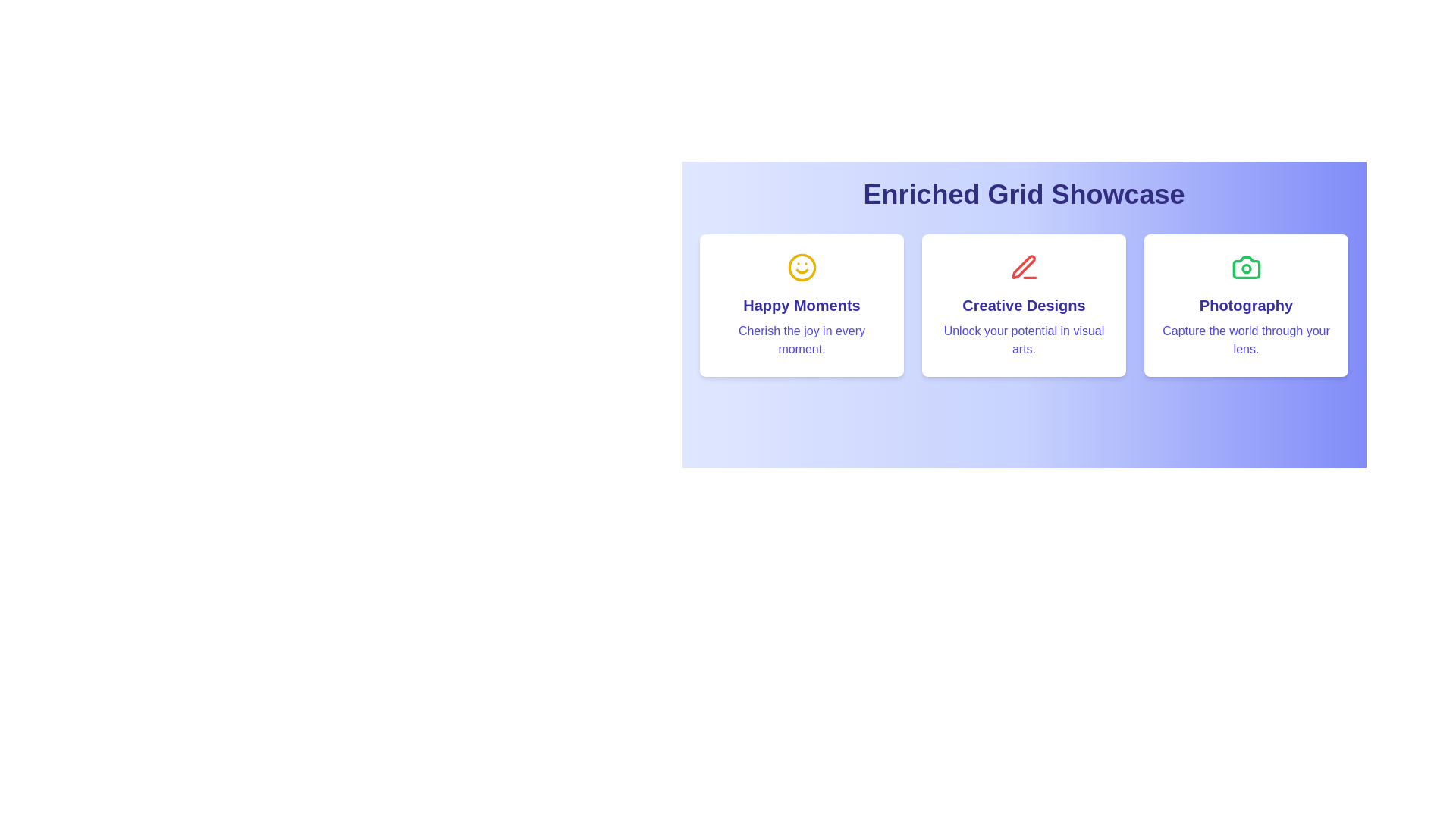 This screenshot has width=1456, height=819. Describe the element at coordinates (1246, 339) in the screenshot. I see `text label 'Capture the world through your lens.' styled in a lighter shade of indigo, located within the card element below the title 'Photography'` at that location.